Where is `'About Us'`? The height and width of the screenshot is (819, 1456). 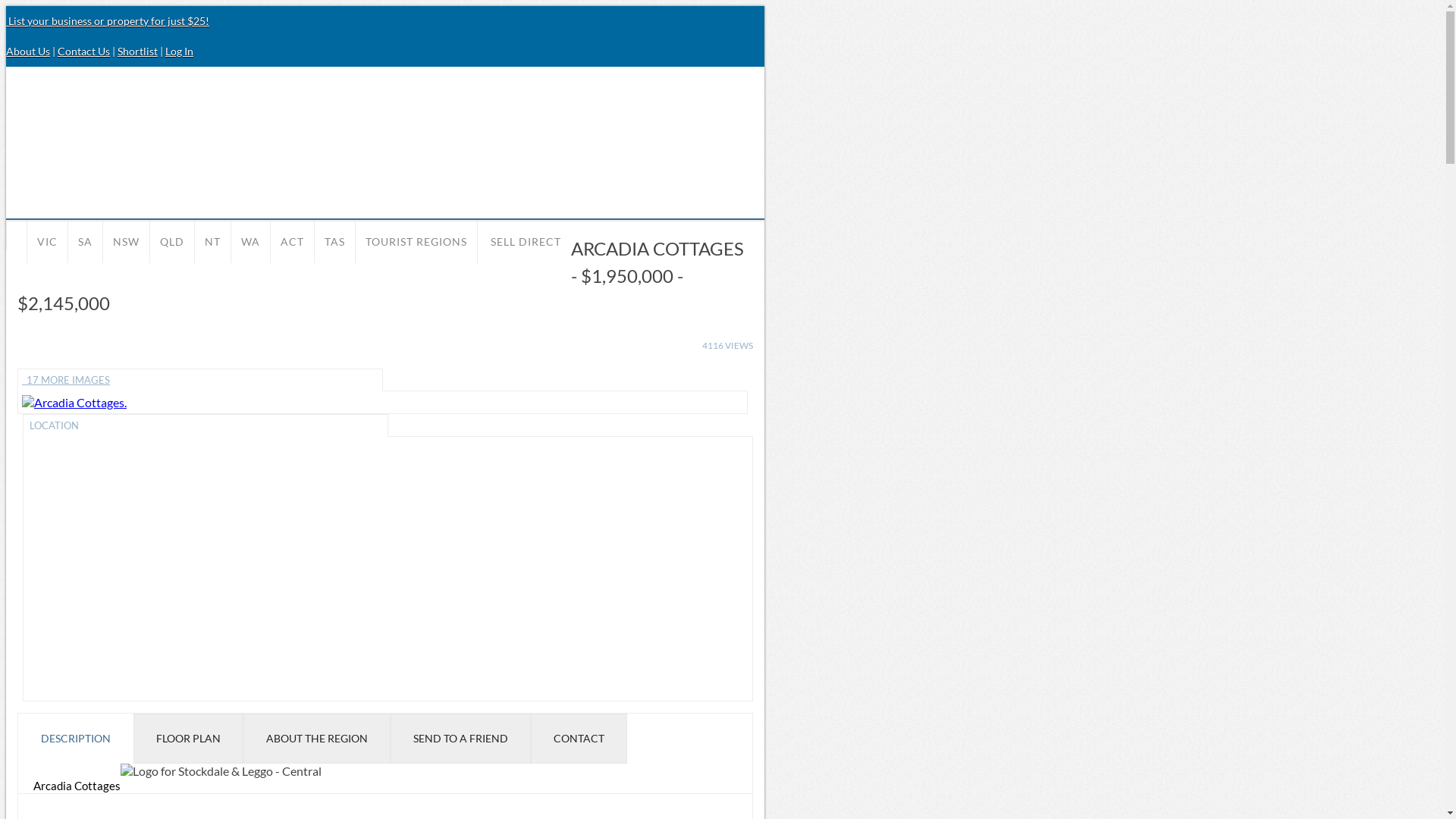
'About Us' is located at coordinates (6, 50).